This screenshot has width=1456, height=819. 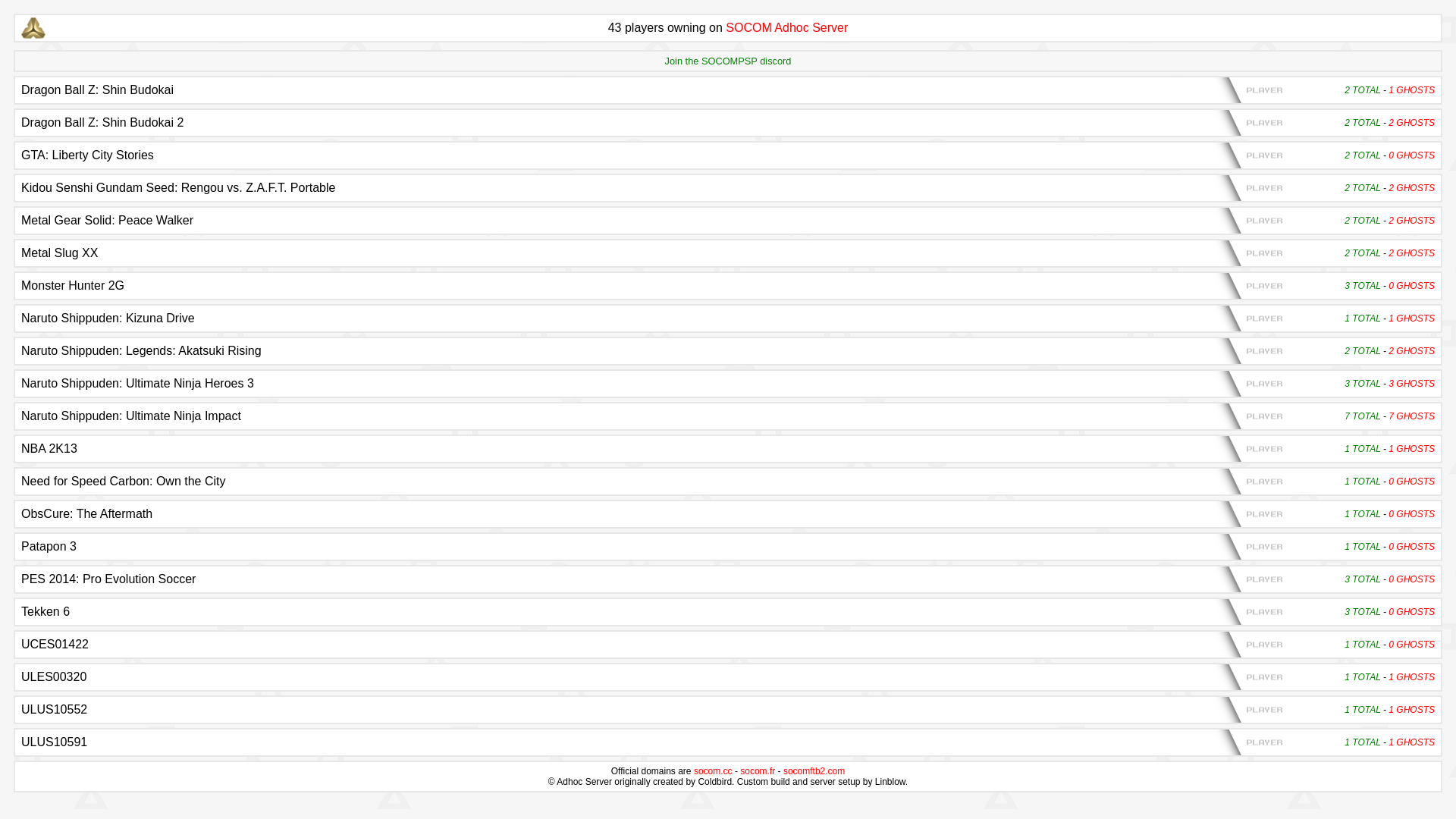 What do you see at coordinates (786, 27) in the screenshot?
I see `'SOCOM Adhoc Server'` at bounding box center [786, 27].